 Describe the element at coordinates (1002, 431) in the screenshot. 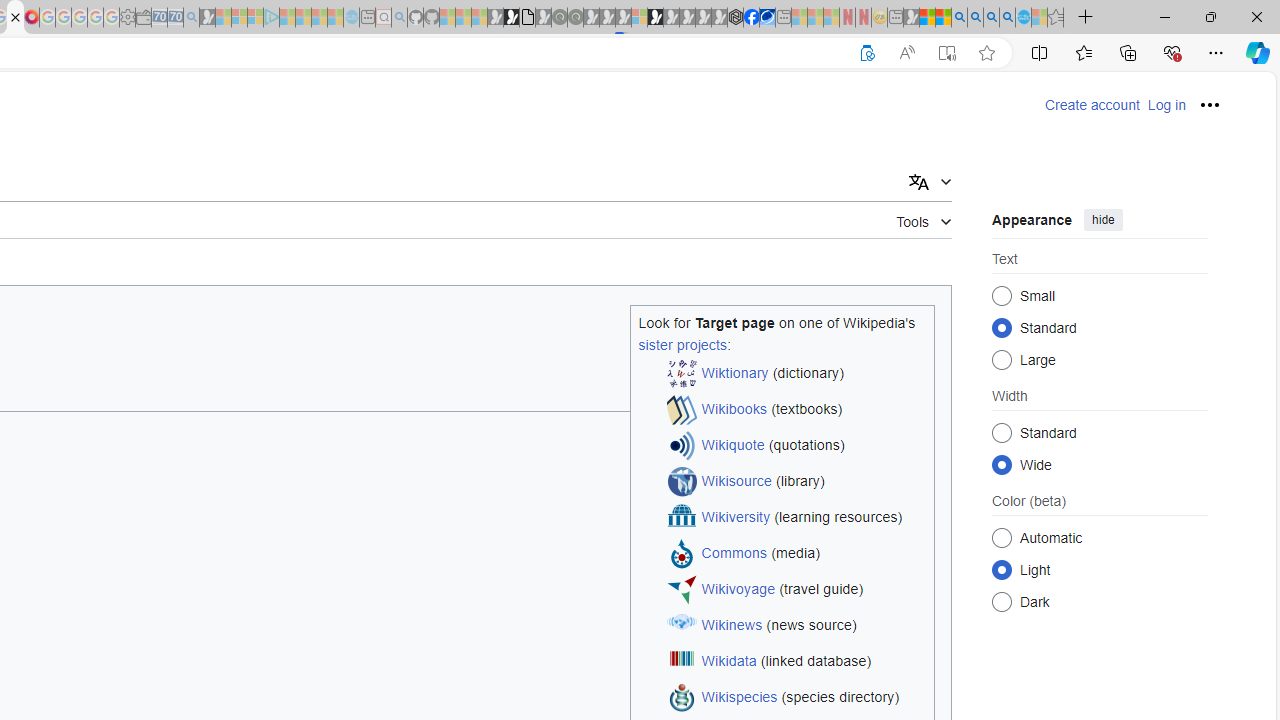

I see `'Standard'` at that location.